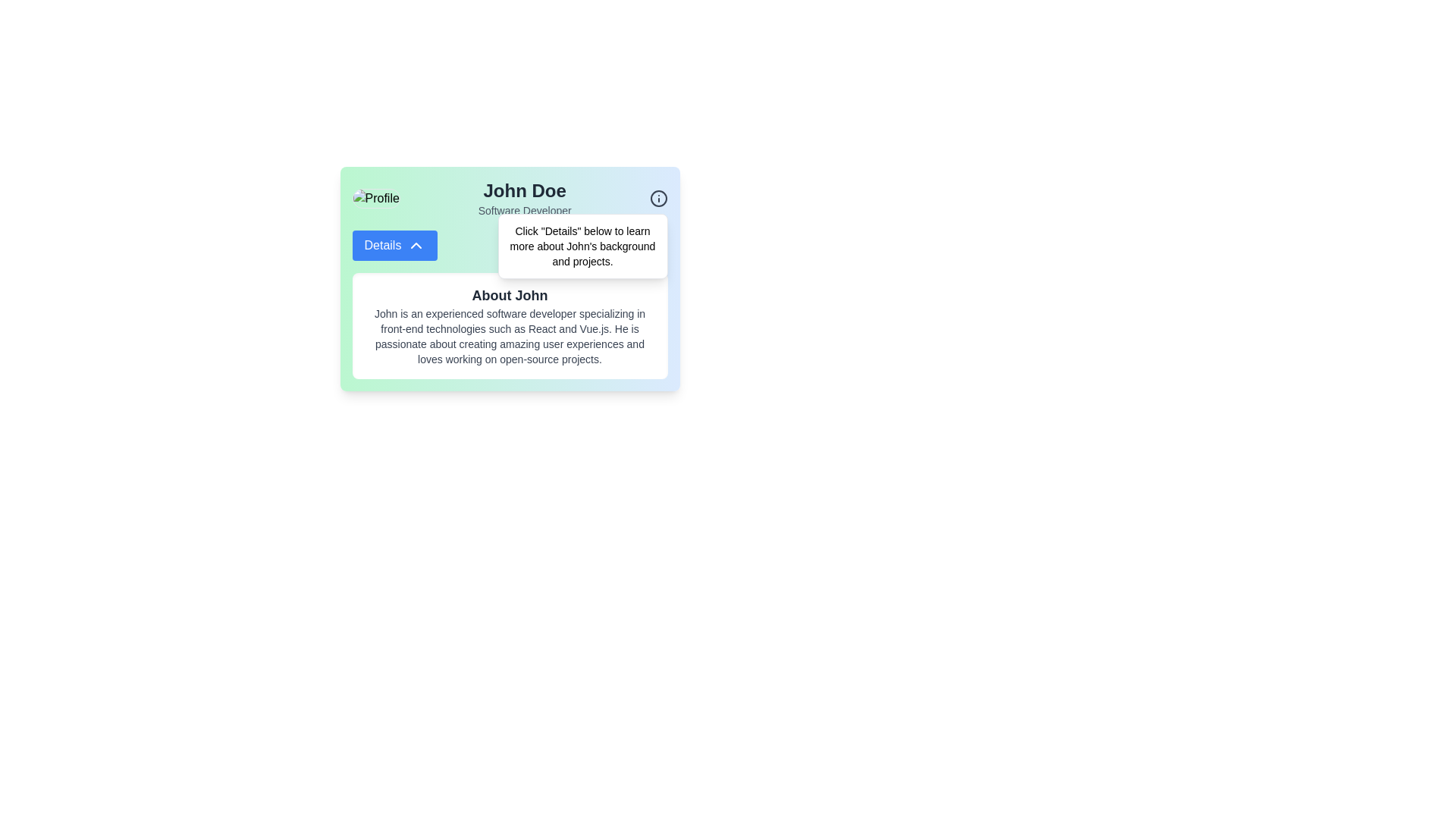 Image resolution: width=1456 pixels, height=819 pixels. Describe the element at coordinates (658, 198) in the screenshot. I see `the small circular icon with an information symbol inside, located in the top-right corner of John Doe's profile section` at that location.